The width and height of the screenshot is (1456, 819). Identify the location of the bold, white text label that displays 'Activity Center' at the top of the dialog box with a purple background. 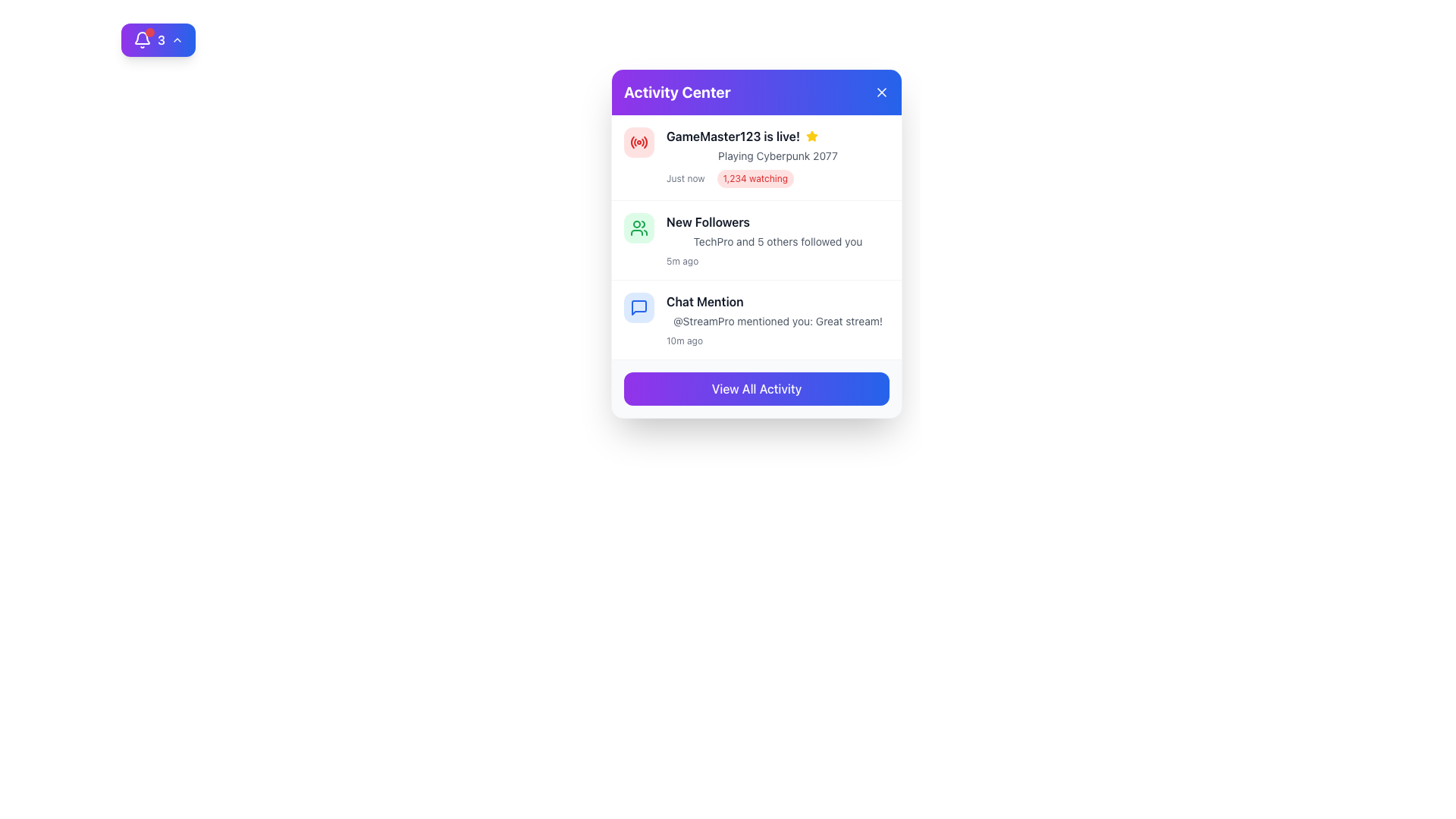
(676, 93).